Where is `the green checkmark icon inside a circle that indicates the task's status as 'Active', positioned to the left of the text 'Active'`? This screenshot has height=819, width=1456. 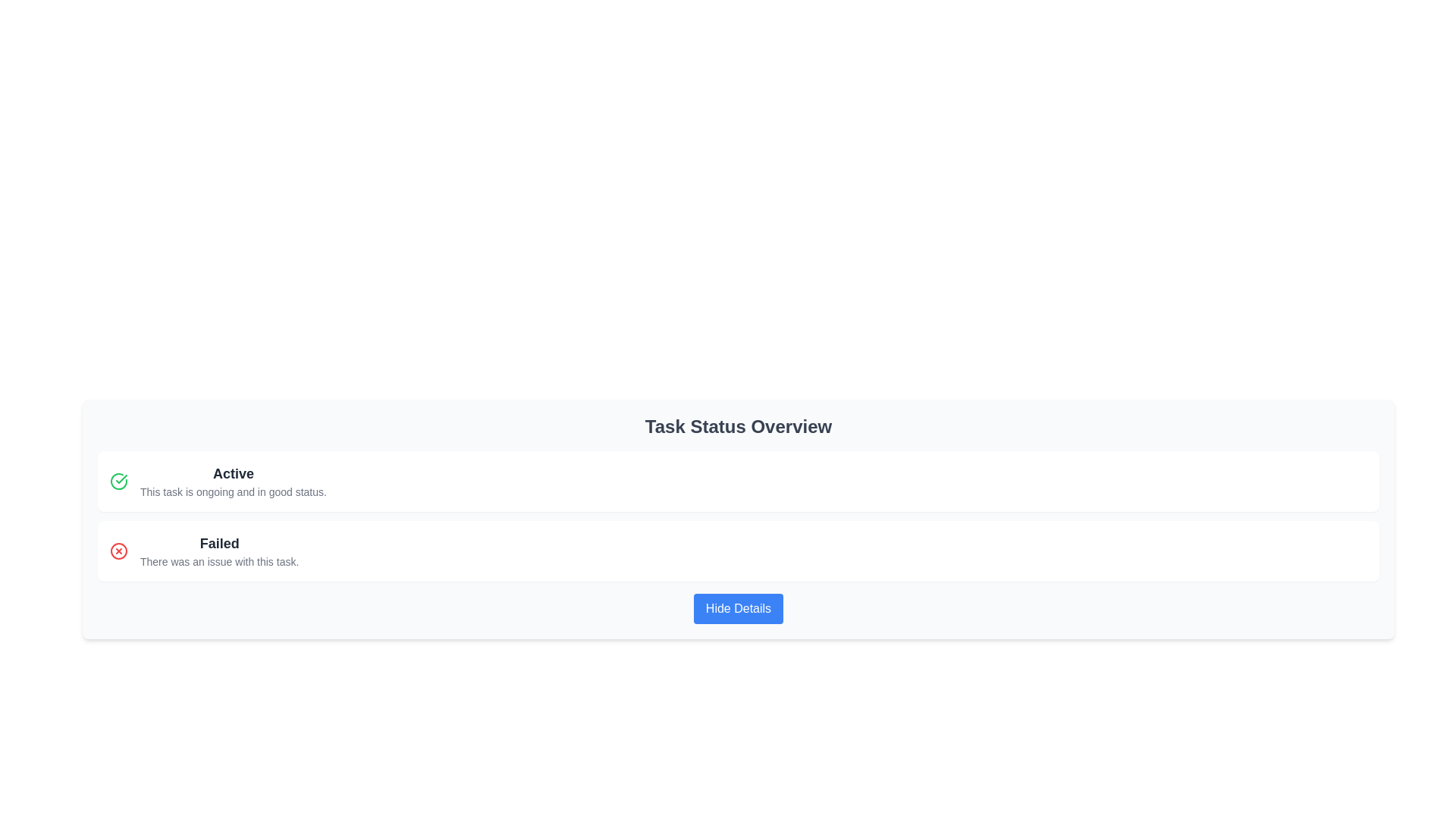
the green checkmark icon inside a circle that indicates the task's status as 'Active', positioned to the left of the text 'Active' is located at coordinates (124, 482).